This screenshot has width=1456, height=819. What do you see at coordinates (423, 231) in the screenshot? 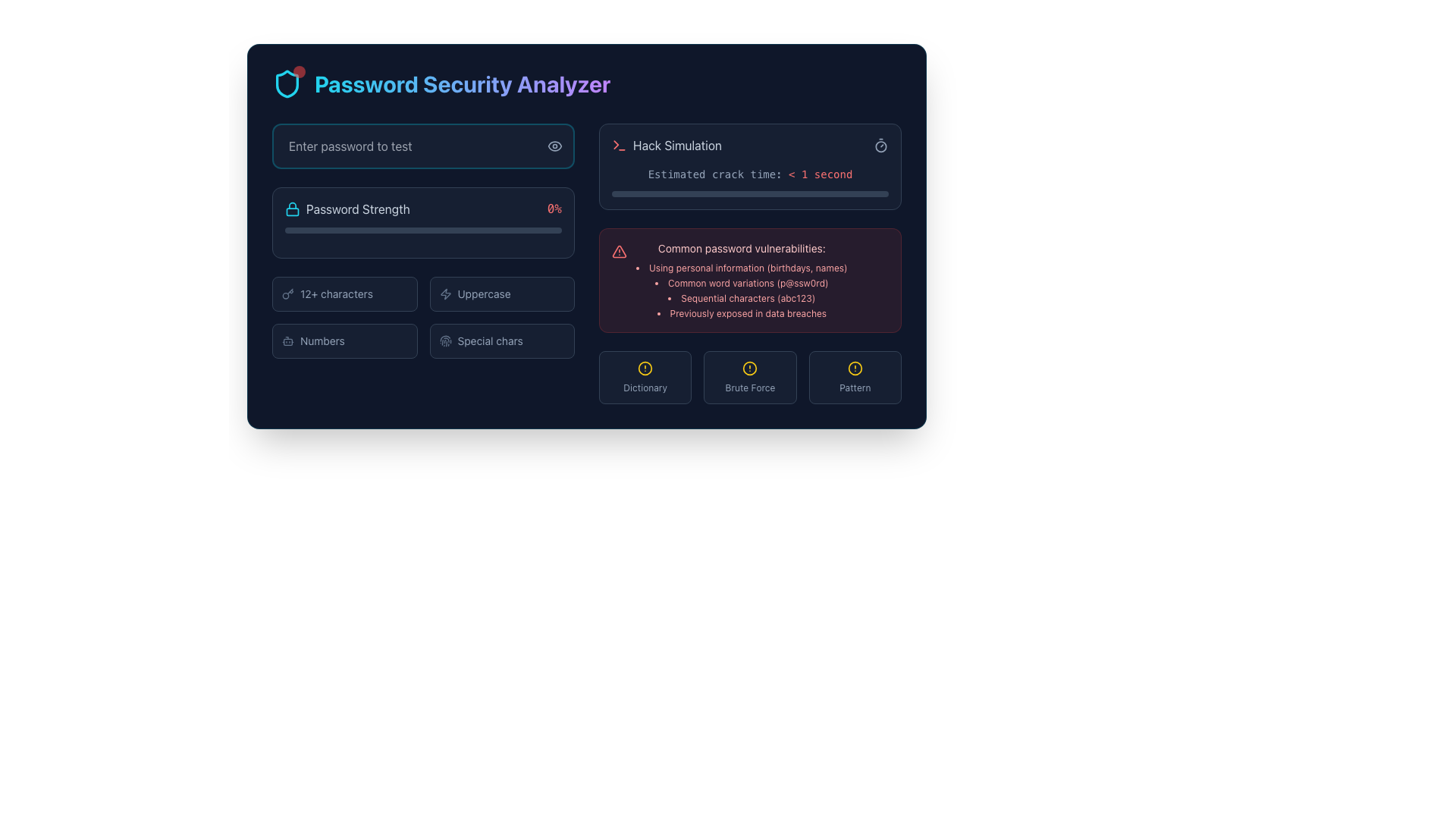
I see `the progression visually in the Progress Bar located within the 'Password Strength' module, right below the text 'Password Strength 0%'` at bounding box center [423, 231].